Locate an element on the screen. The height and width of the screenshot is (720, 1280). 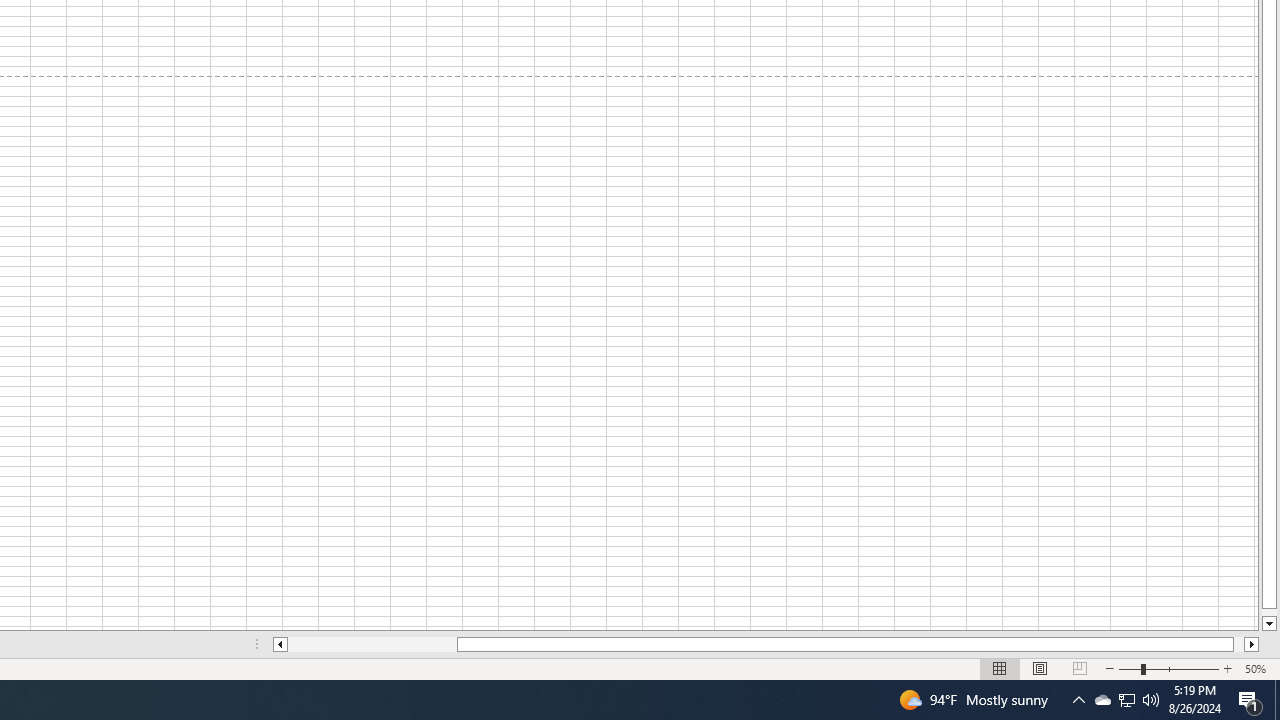
'Zoom In' is located at coordinates (1226, 669).